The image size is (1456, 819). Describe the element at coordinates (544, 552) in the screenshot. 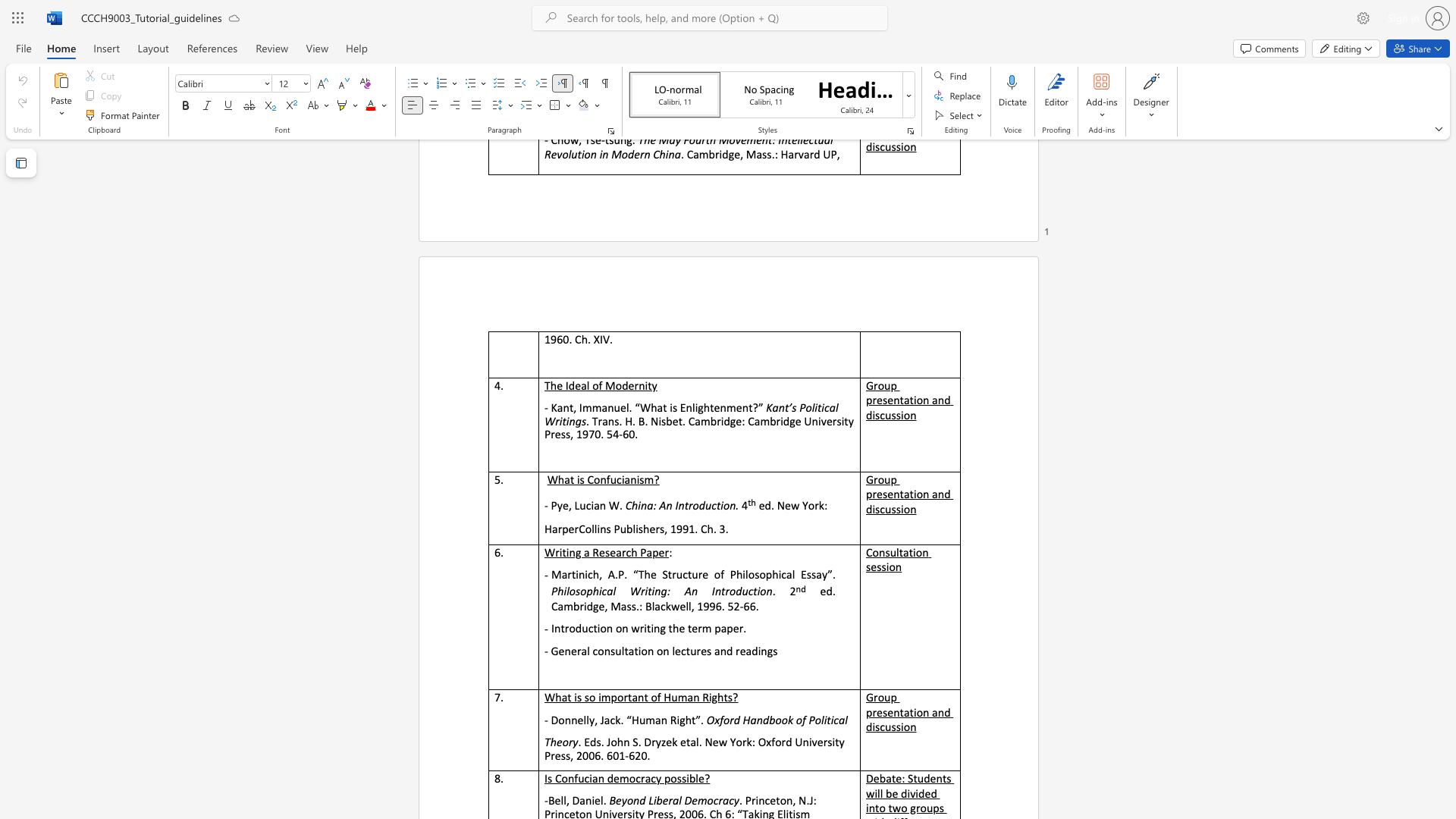

I see `the subset text "Writing a R" within the text "Writing a Research Paper"` at that location.